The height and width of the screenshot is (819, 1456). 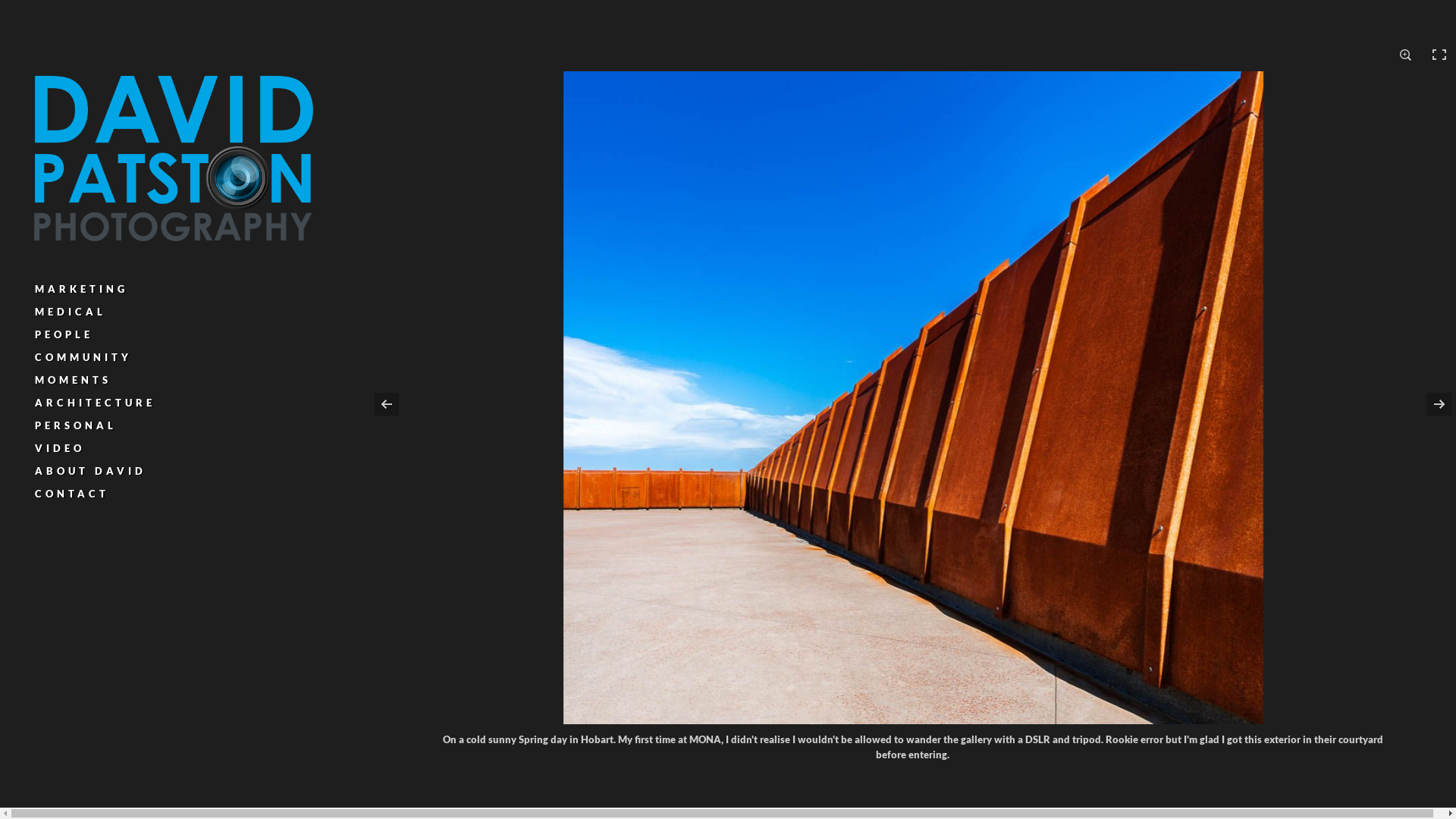 What do you see at coordinates (35, 447) in the screenshot?
I see `'VIDEO'` at bounding box center [35, 447].